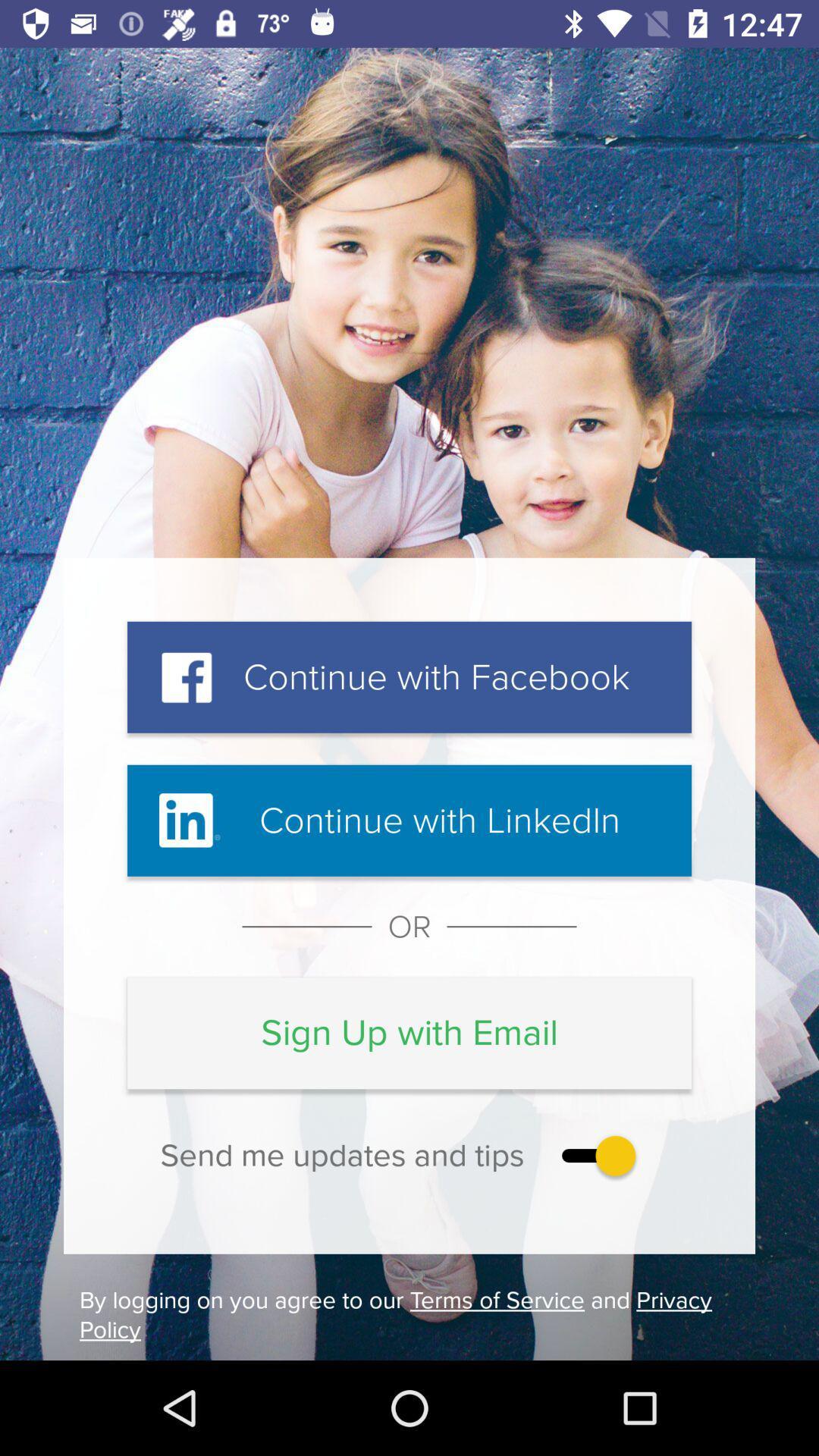  What do you see at coordinates (595, 1154) in the screenshot?
I see `tips` at bounding box center [595, 1154].